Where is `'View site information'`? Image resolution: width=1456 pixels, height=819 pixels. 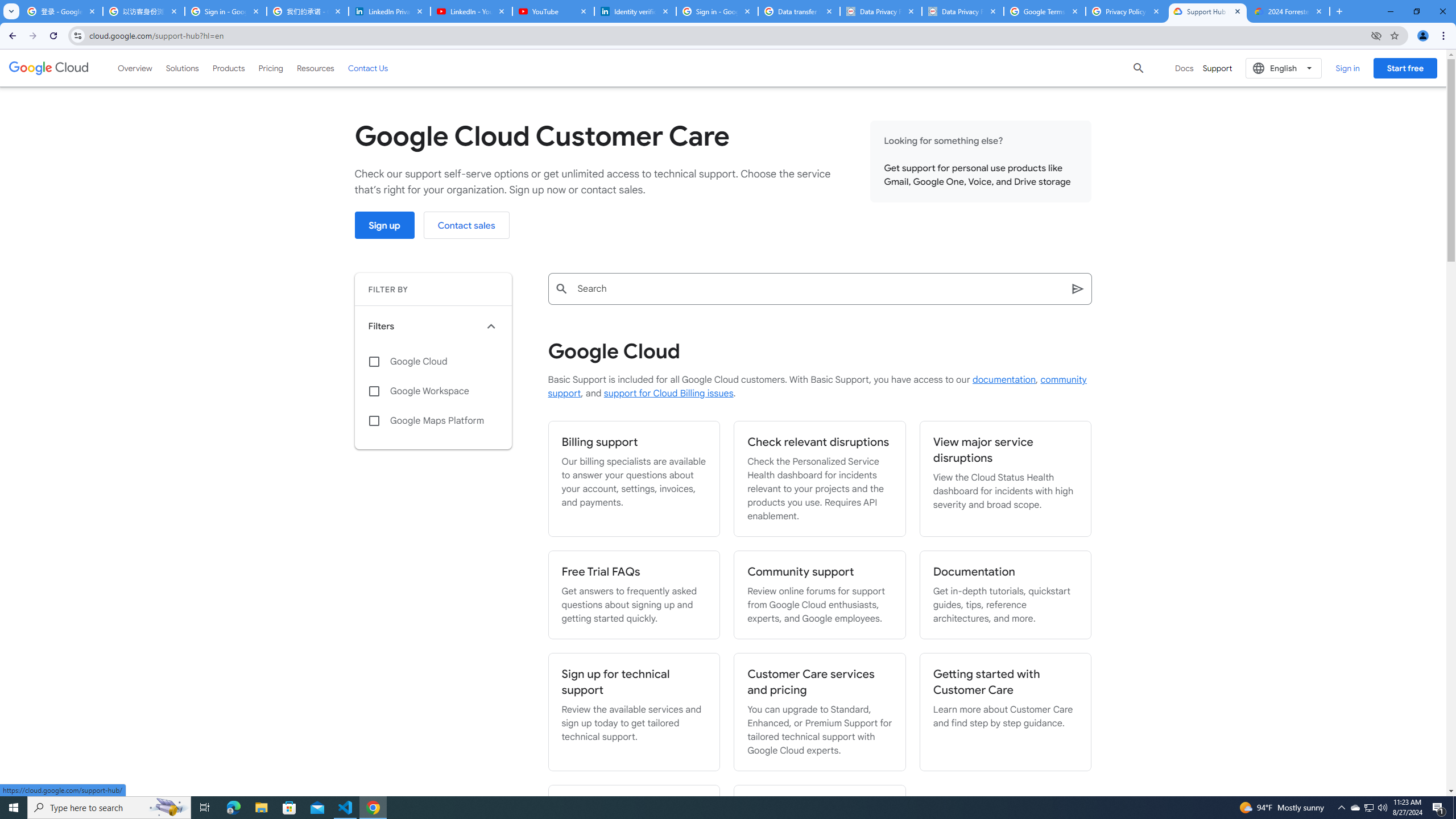
'View site information' is located at coordinates (77, 35).